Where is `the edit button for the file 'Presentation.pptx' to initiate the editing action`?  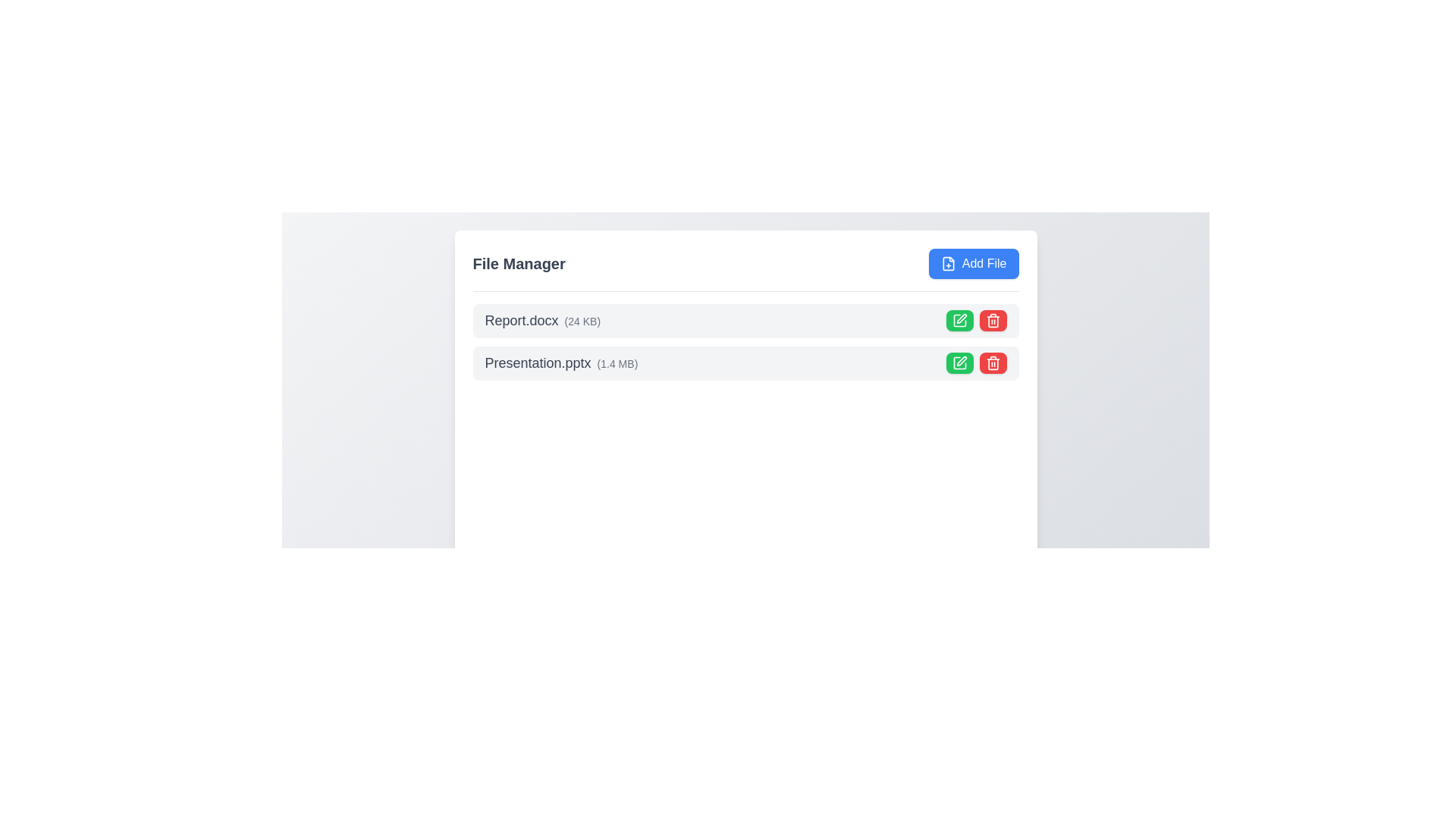
the edit button for the file 'Presentation.pptx' to initiate the editing action is located at coordinates (960, 318).